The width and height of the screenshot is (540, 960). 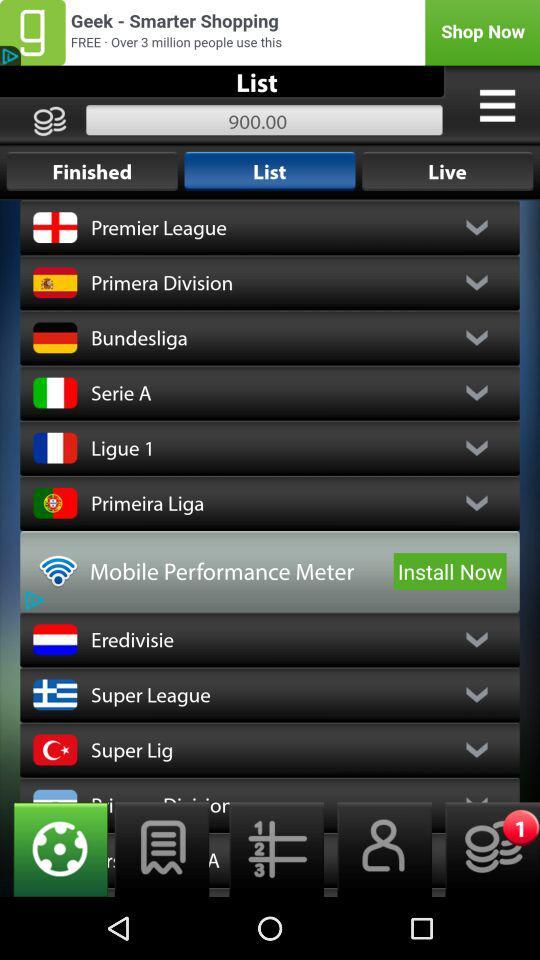 I want to click on the install now item, so click(x=450, y=571).